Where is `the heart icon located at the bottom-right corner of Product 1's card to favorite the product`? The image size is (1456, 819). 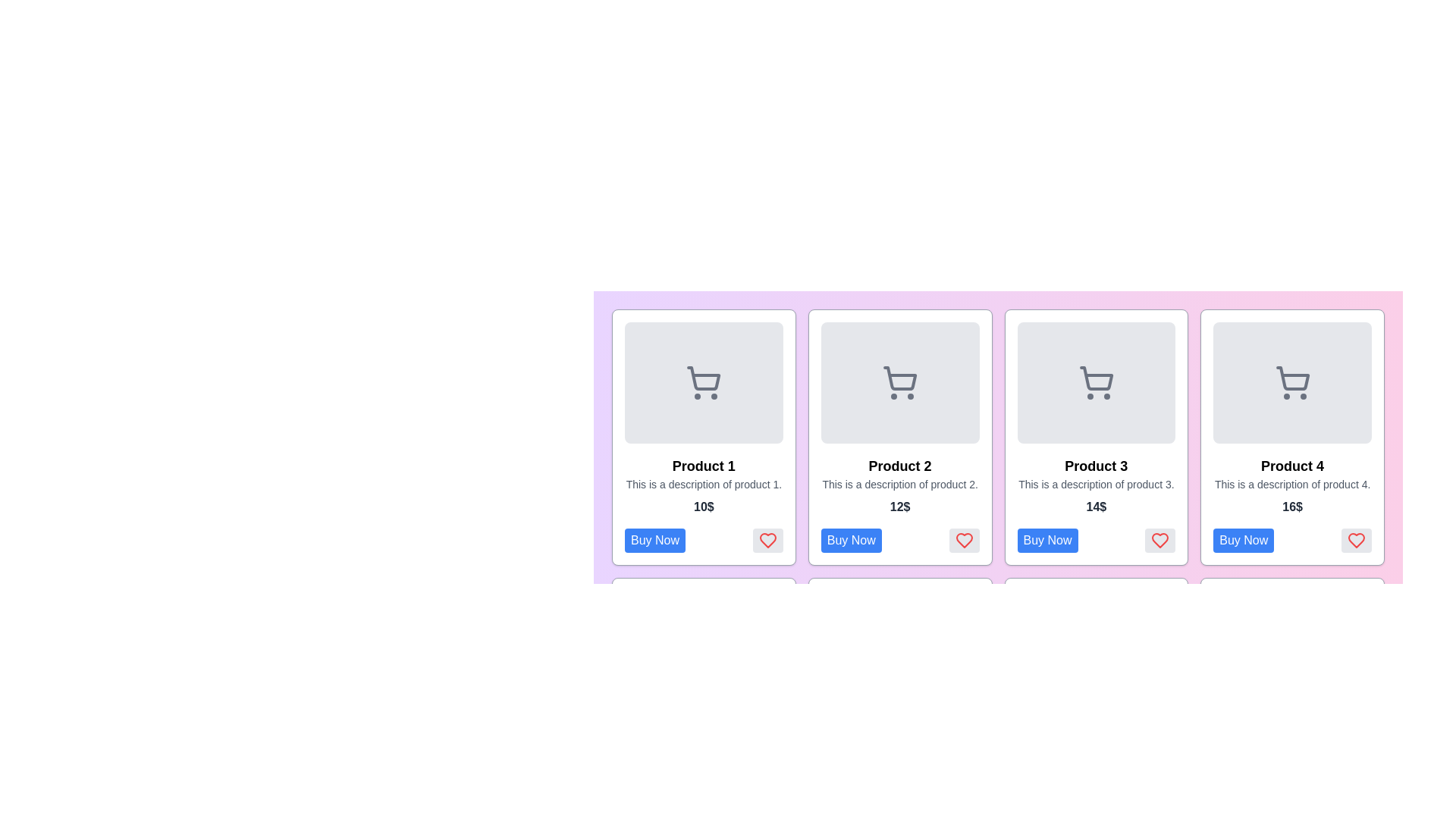 the heart icon located at the bottom-right corner of Product 1's card to favorite the product is located at coordinates (767, 540).